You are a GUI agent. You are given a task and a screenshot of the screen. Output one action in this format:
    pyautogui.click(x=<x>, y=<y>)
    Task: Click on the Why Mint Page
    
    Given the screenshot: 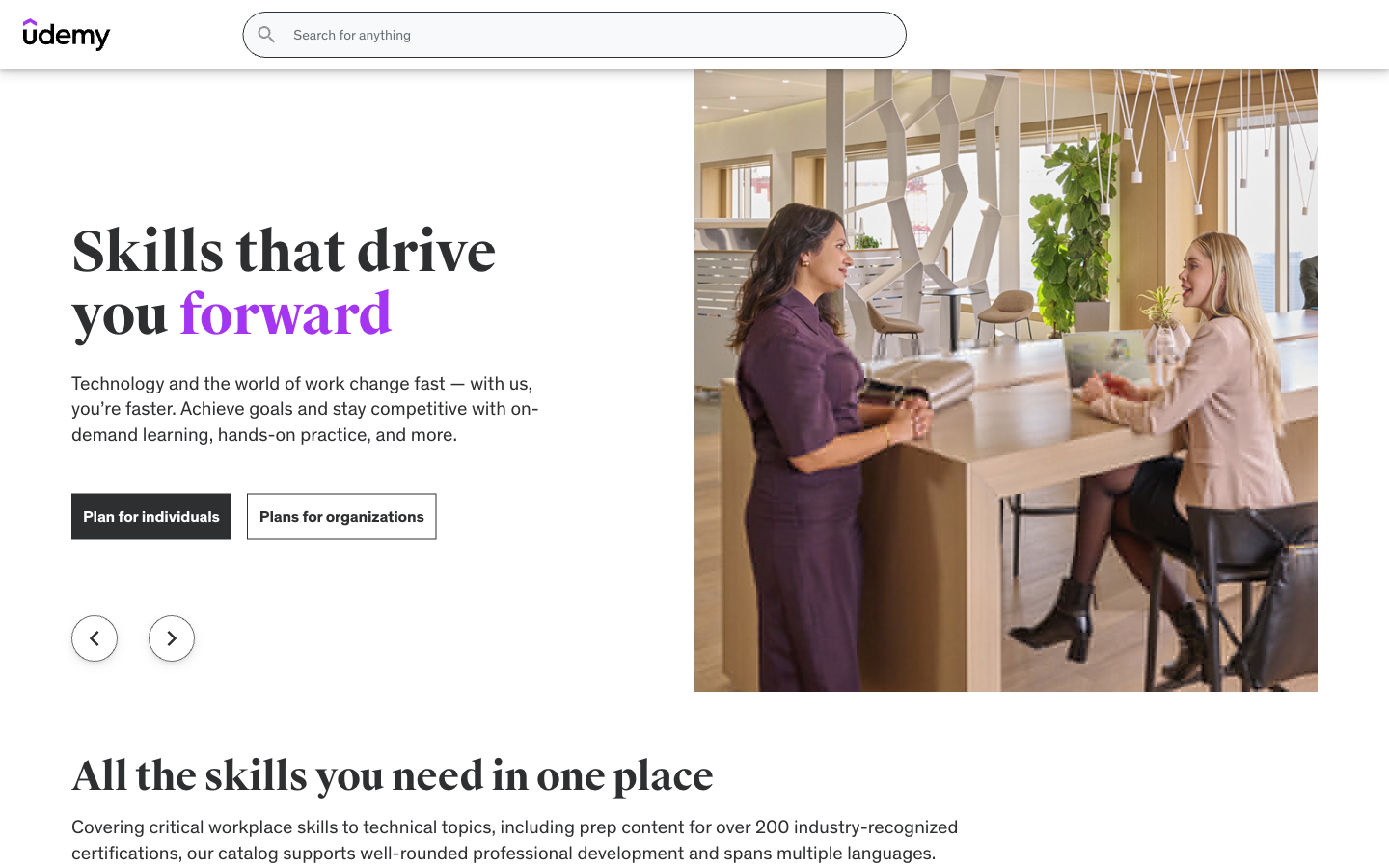 What is the action you would take?
    pyautogui.click(x=963, y=85)
    